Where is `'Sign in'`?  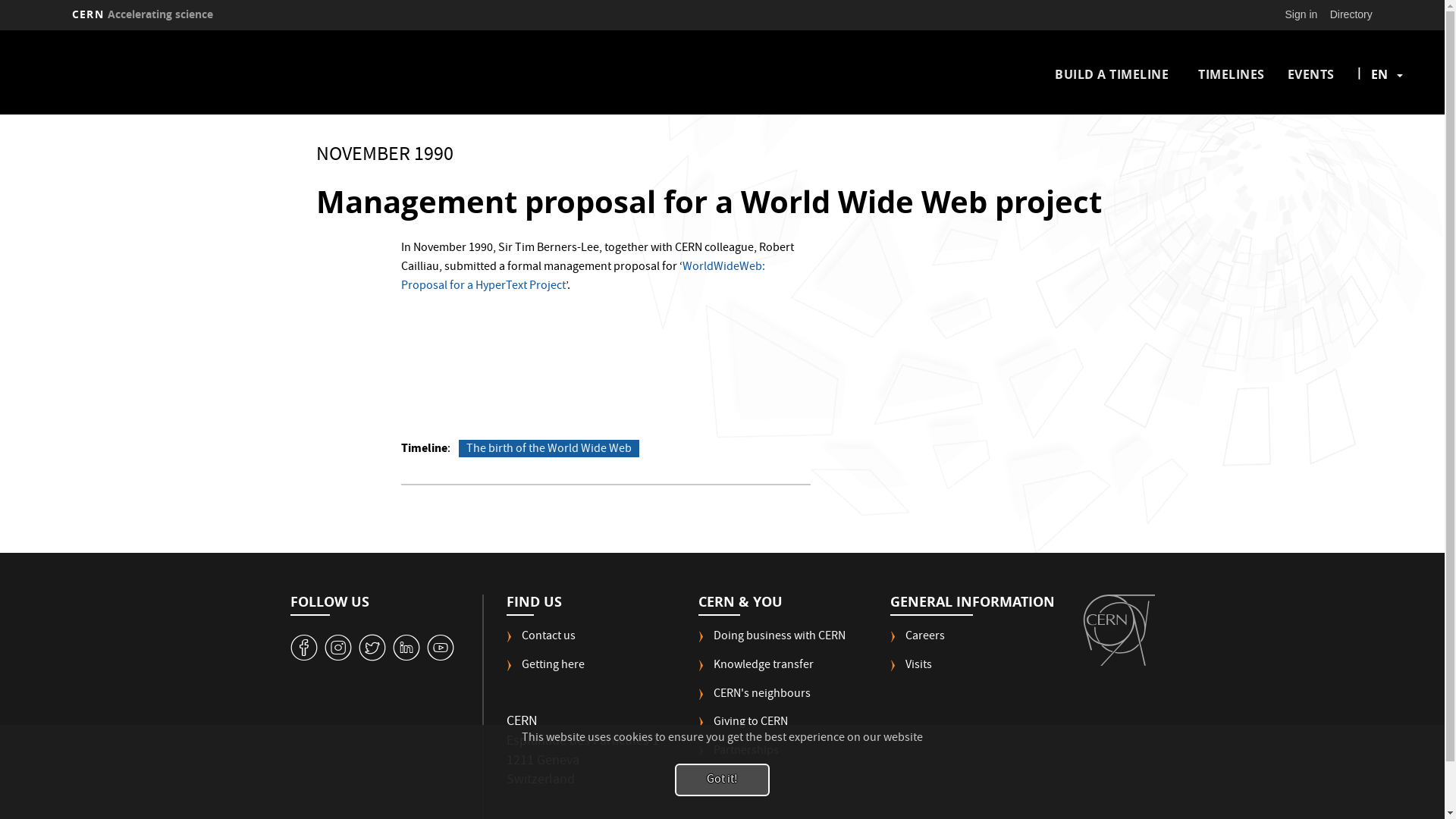
'Sign in' is located at coordinates (1301, 14).